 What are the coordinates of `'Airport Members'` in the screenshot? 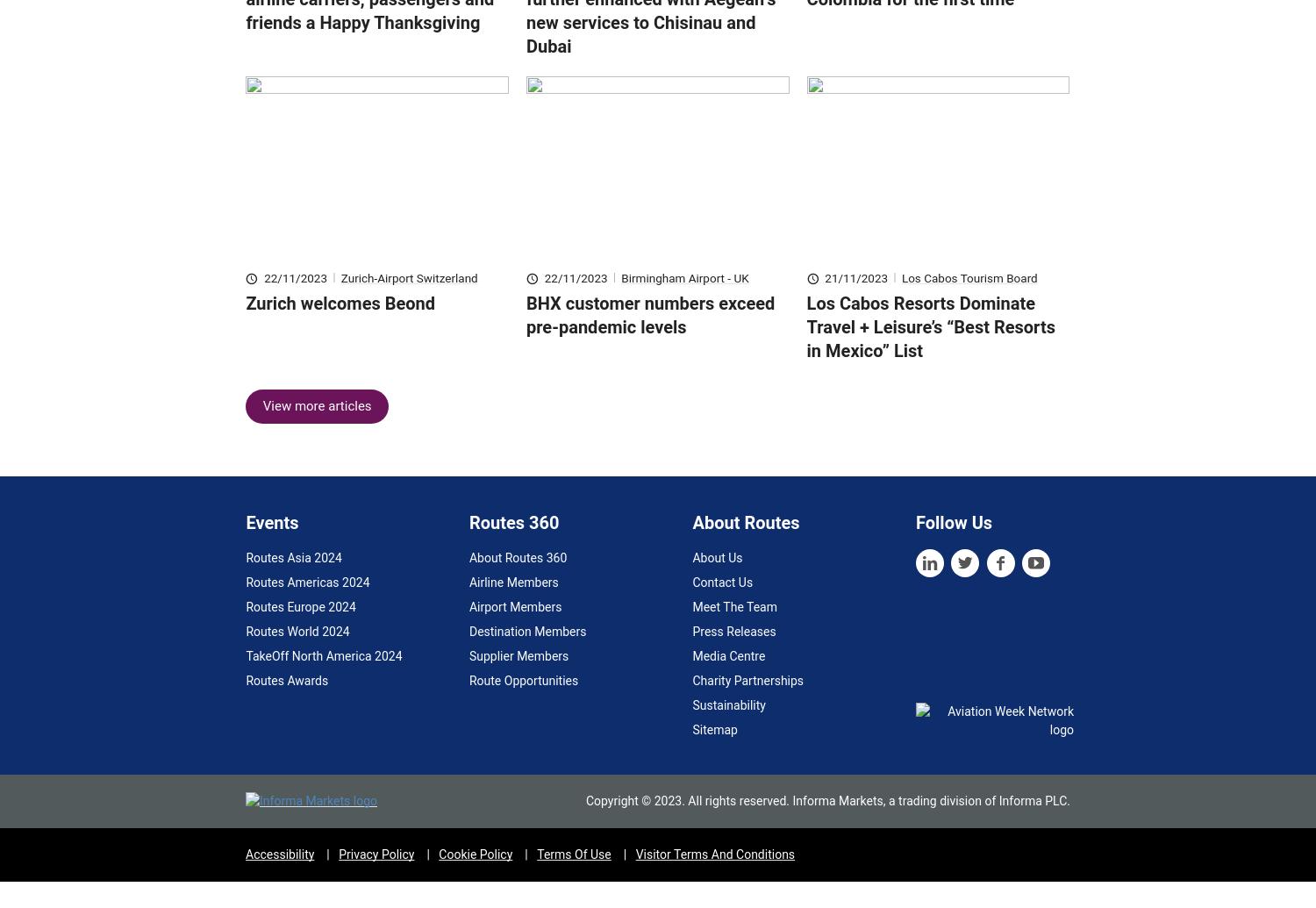 It's located at (513, 633).